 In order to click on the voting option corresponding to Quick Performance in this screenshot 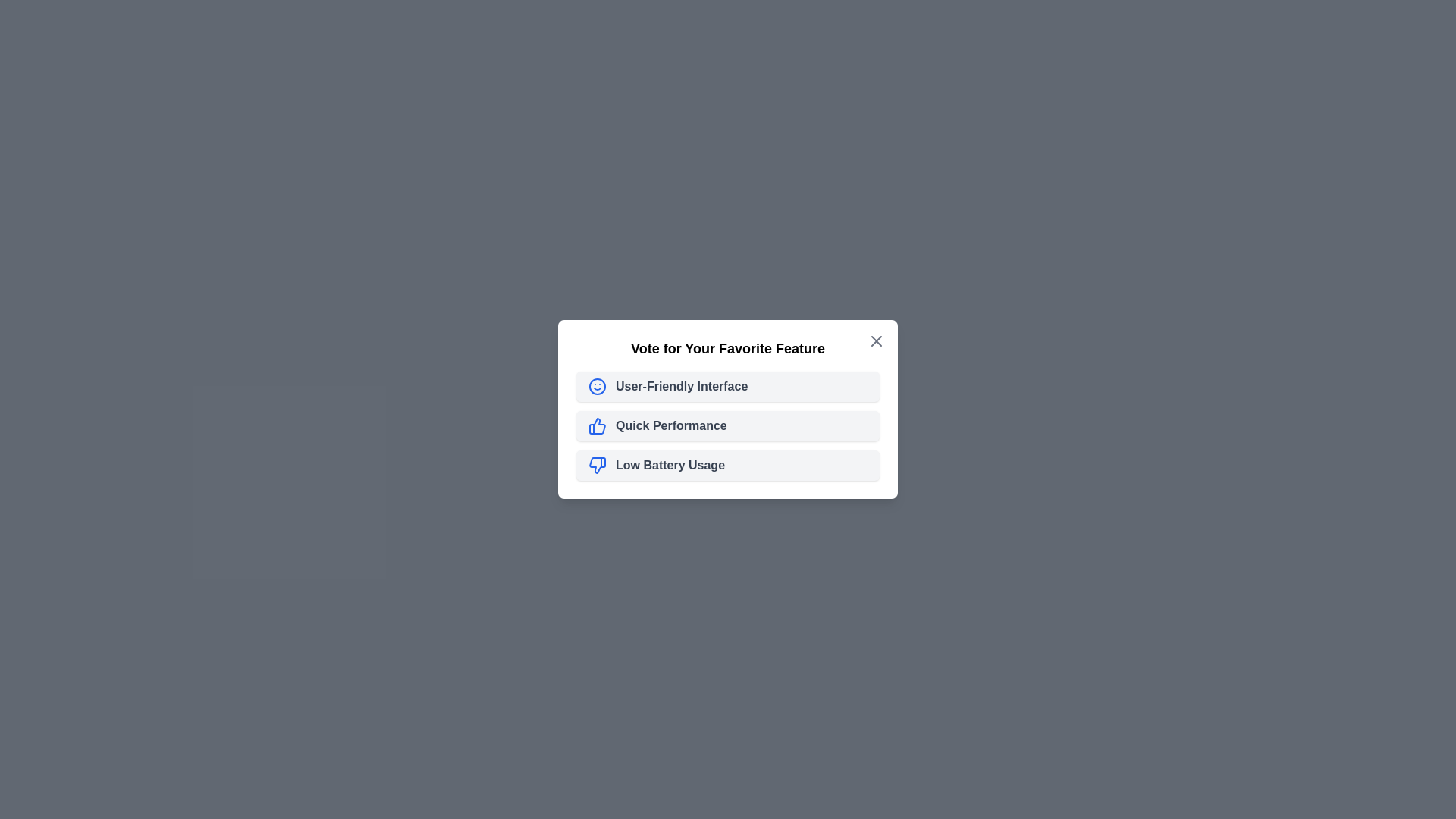, I will do `click(728, 426)`.